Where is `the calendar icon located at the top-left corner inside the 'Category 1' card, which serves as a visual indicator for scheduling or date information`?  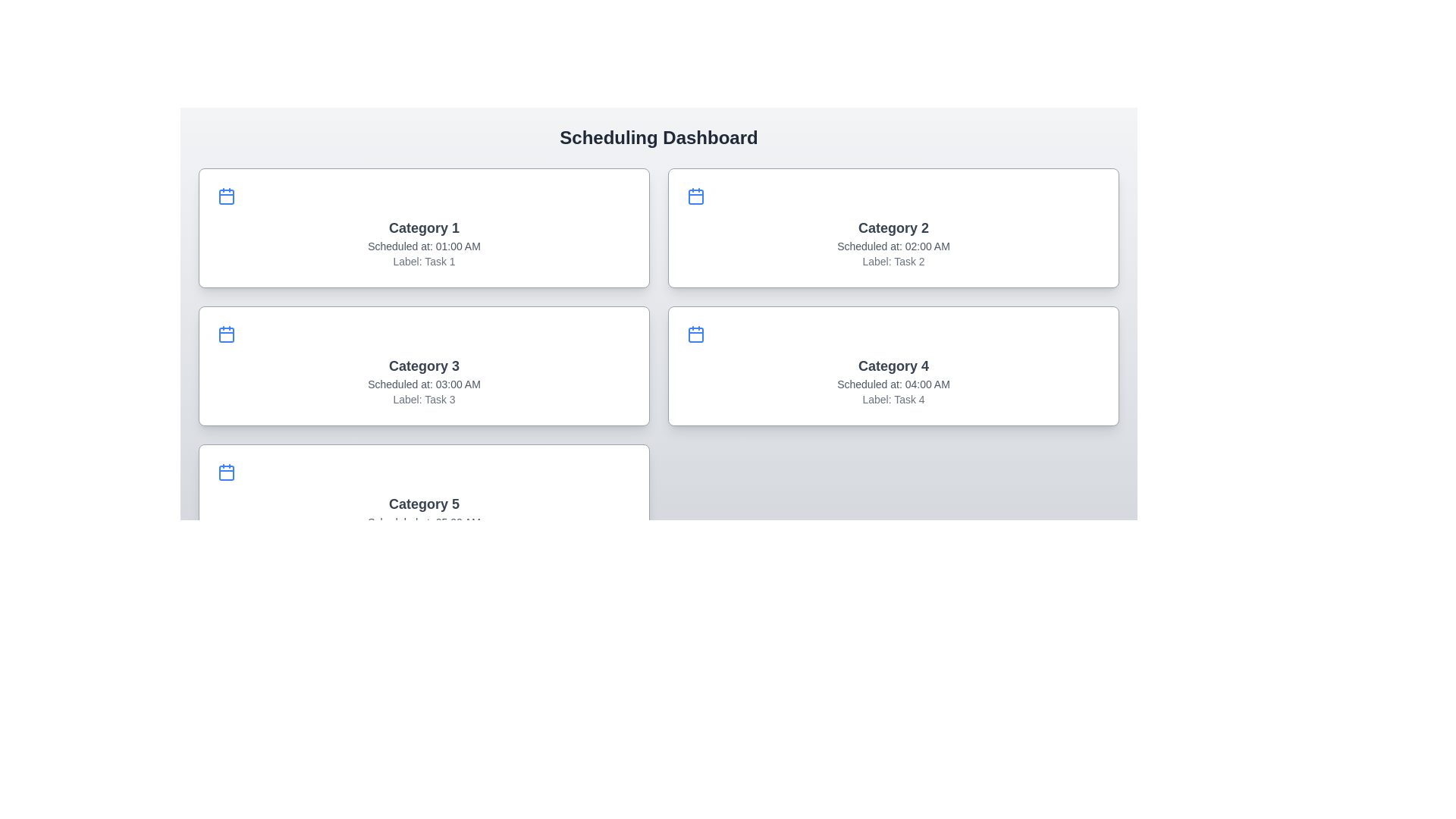
the calendar icon located at the top-left corner inside the 'Category 1' card, which serves as a visual indicator for scheduling or date information is located at coordinates (225, 195).